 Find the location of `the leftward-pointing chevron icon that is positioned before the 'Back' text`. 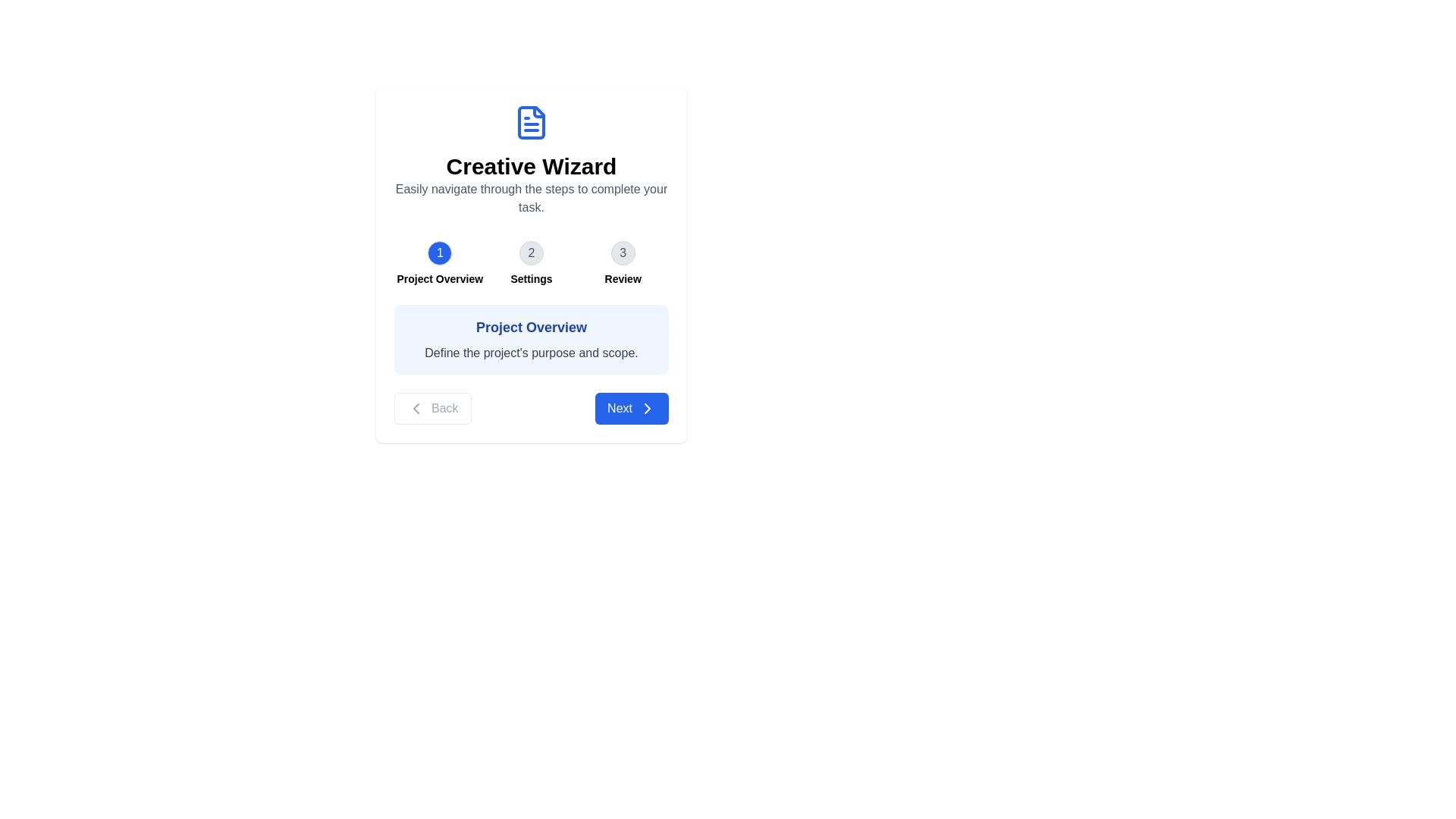

the leftward-pointing chevron icon that is positioned before the 'Back' text is located at coordinates (416, 408).